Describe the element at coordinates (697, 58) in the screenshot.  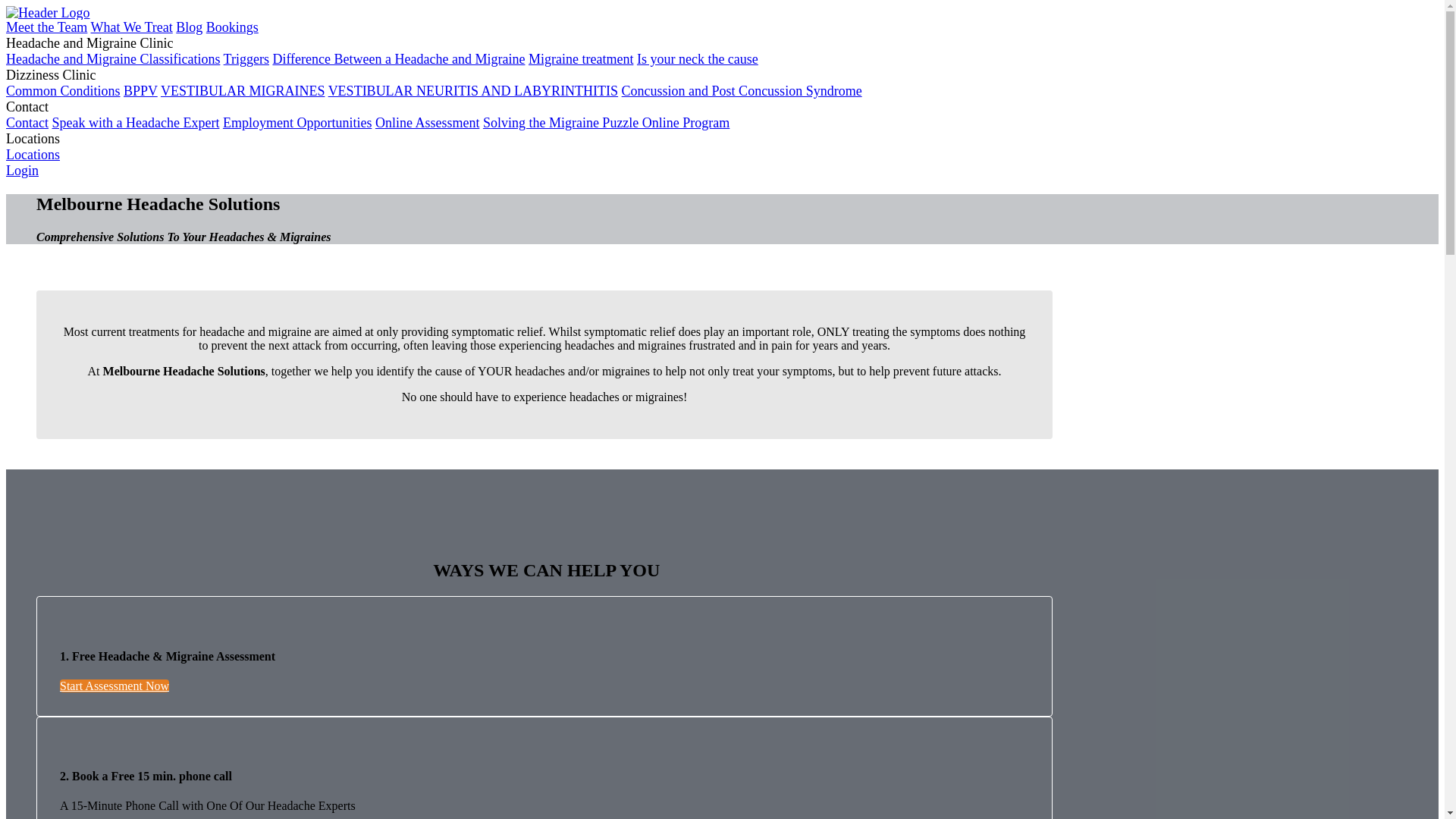
I see `'Is your neck the cause'` at that location.